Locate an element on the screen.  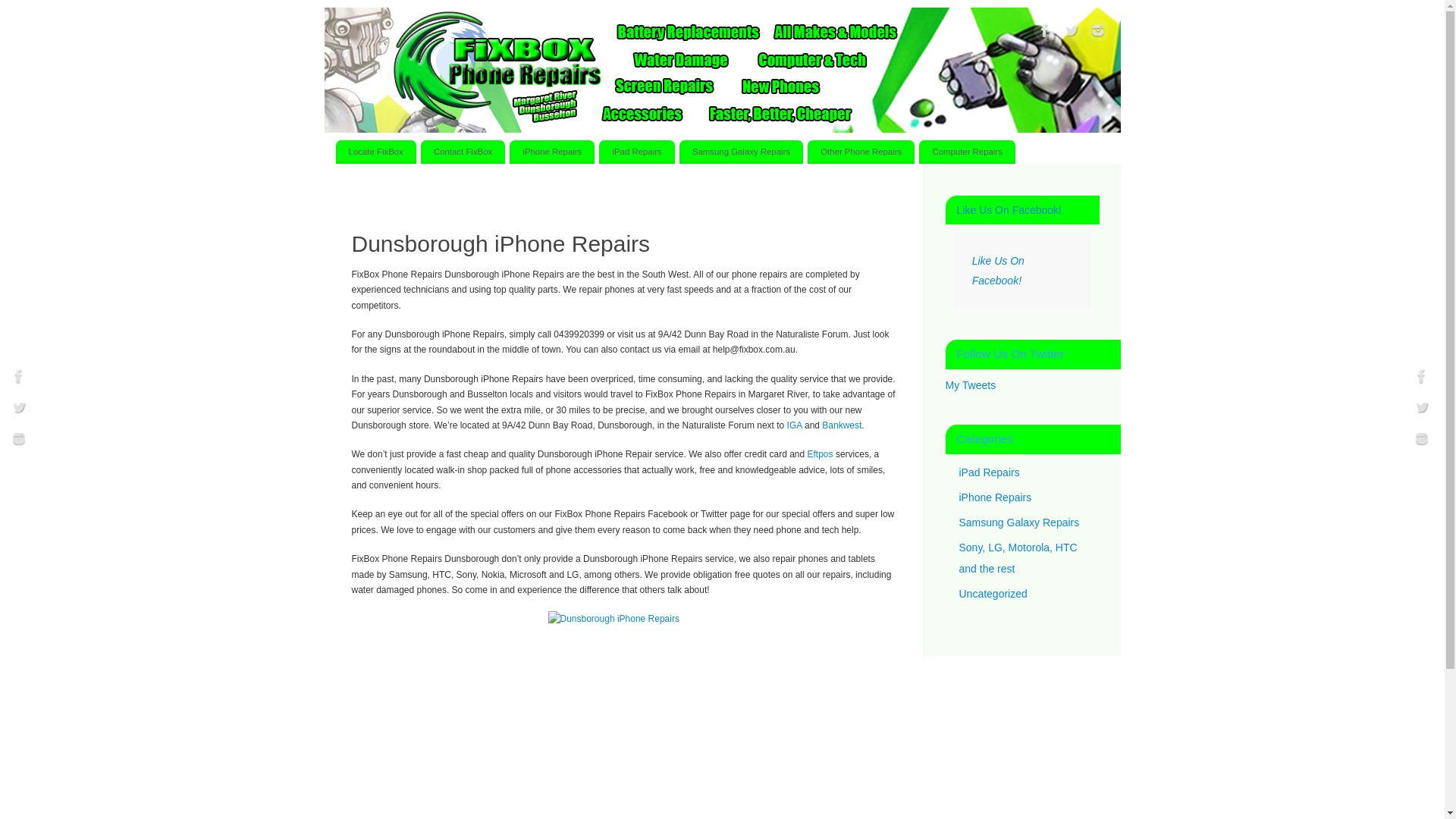
'Sony, LG, Motorola, HTC and the rest' is located at coordinates (1018, 558).